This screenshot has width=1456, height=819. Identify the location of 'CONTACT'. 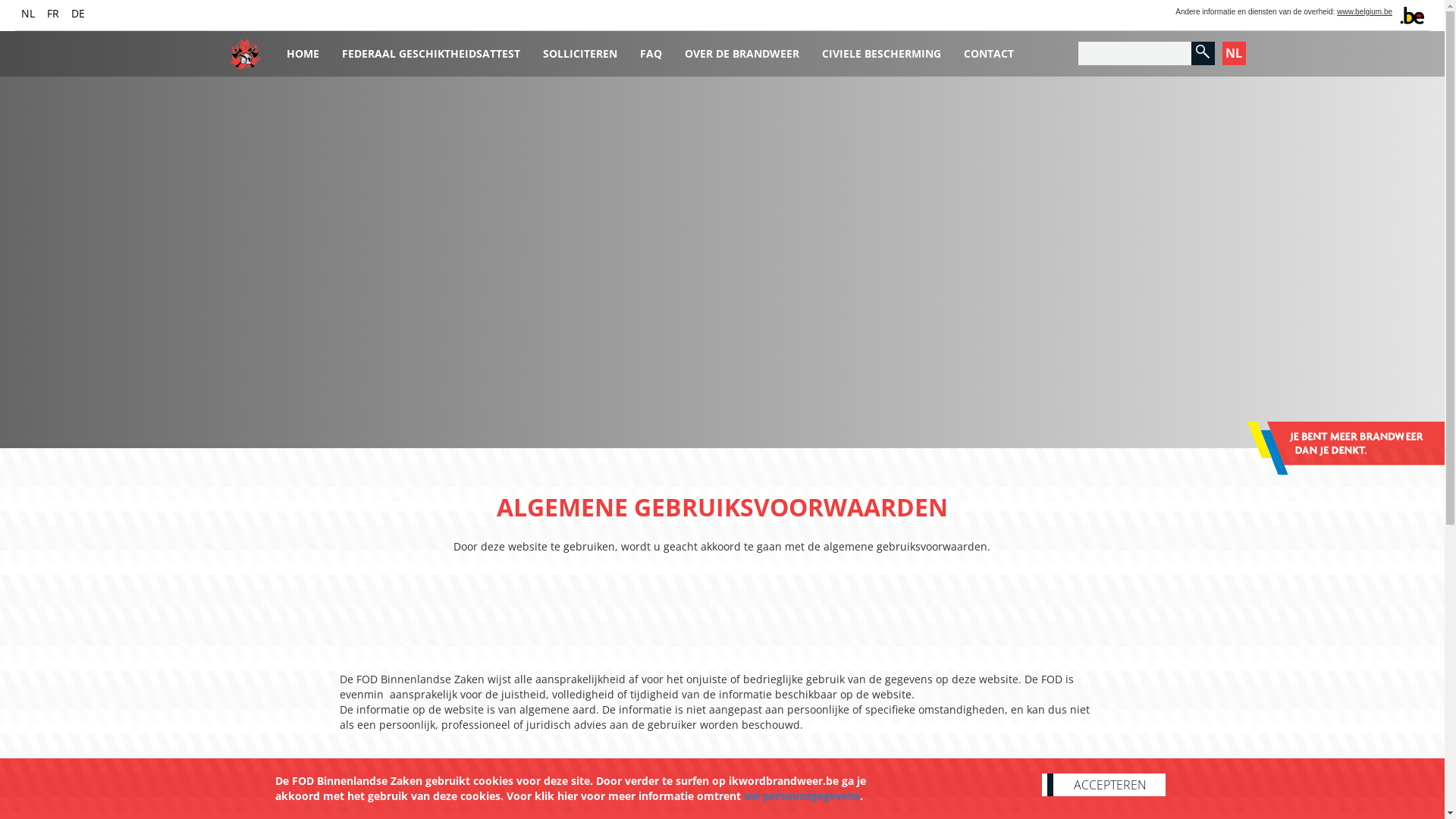
(989, 48).